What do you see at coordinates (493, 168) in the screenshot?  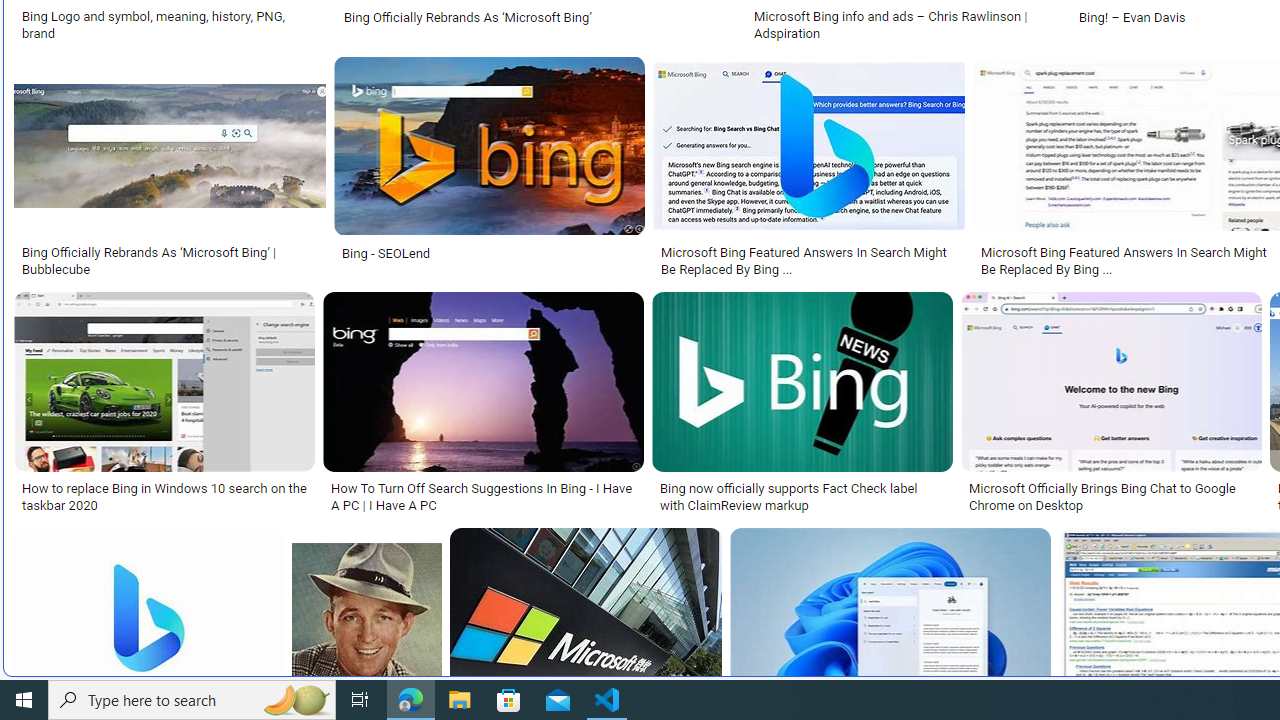 I see `'Bing - SEOLendSave'` at bounding box center [493, 168].